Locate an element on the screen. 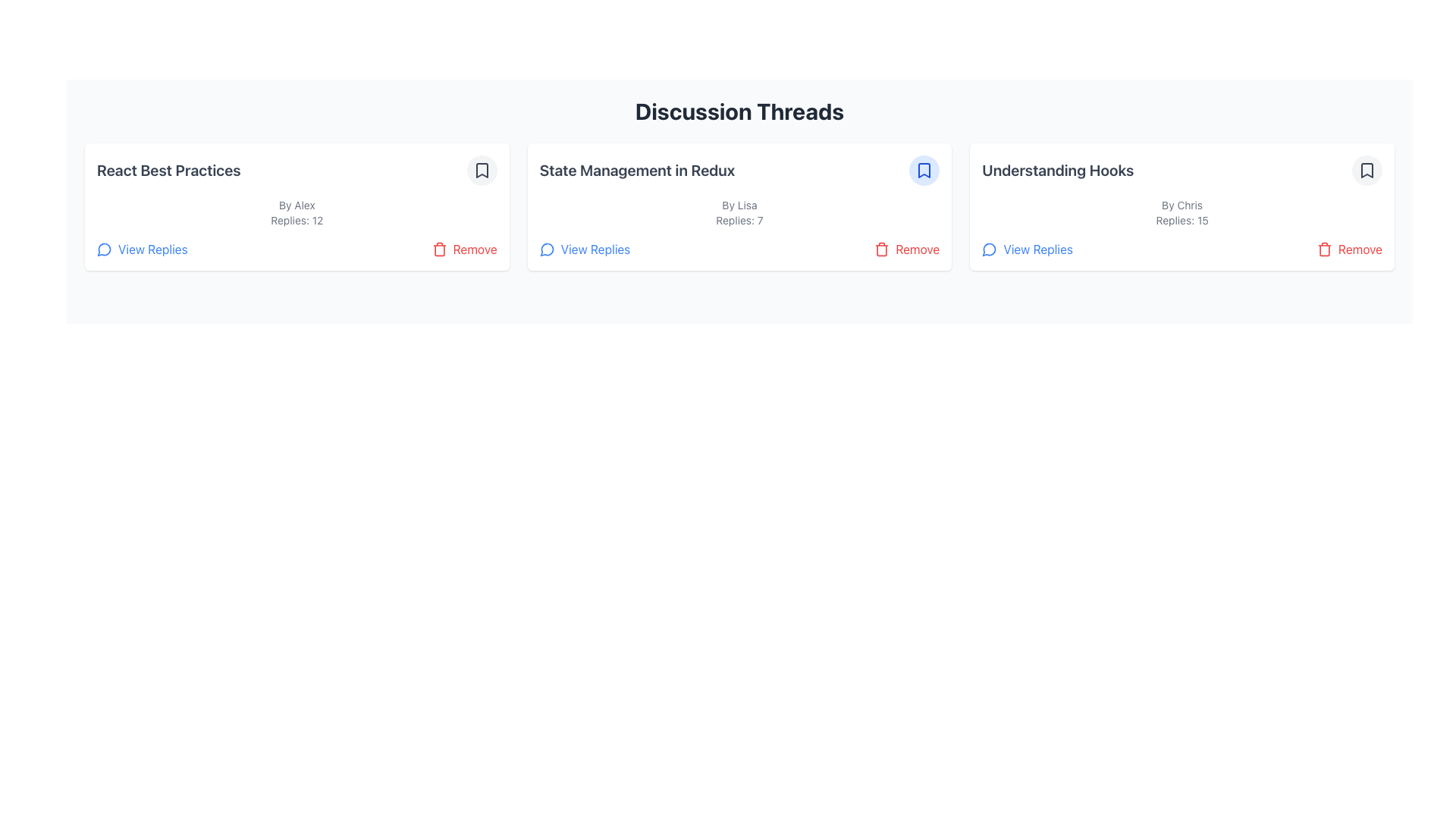 This screenshot has height=819, width=1456. the bookmark button located at the top-right corner of the 'React Best Practices' card is located at coordinates (481, 170).